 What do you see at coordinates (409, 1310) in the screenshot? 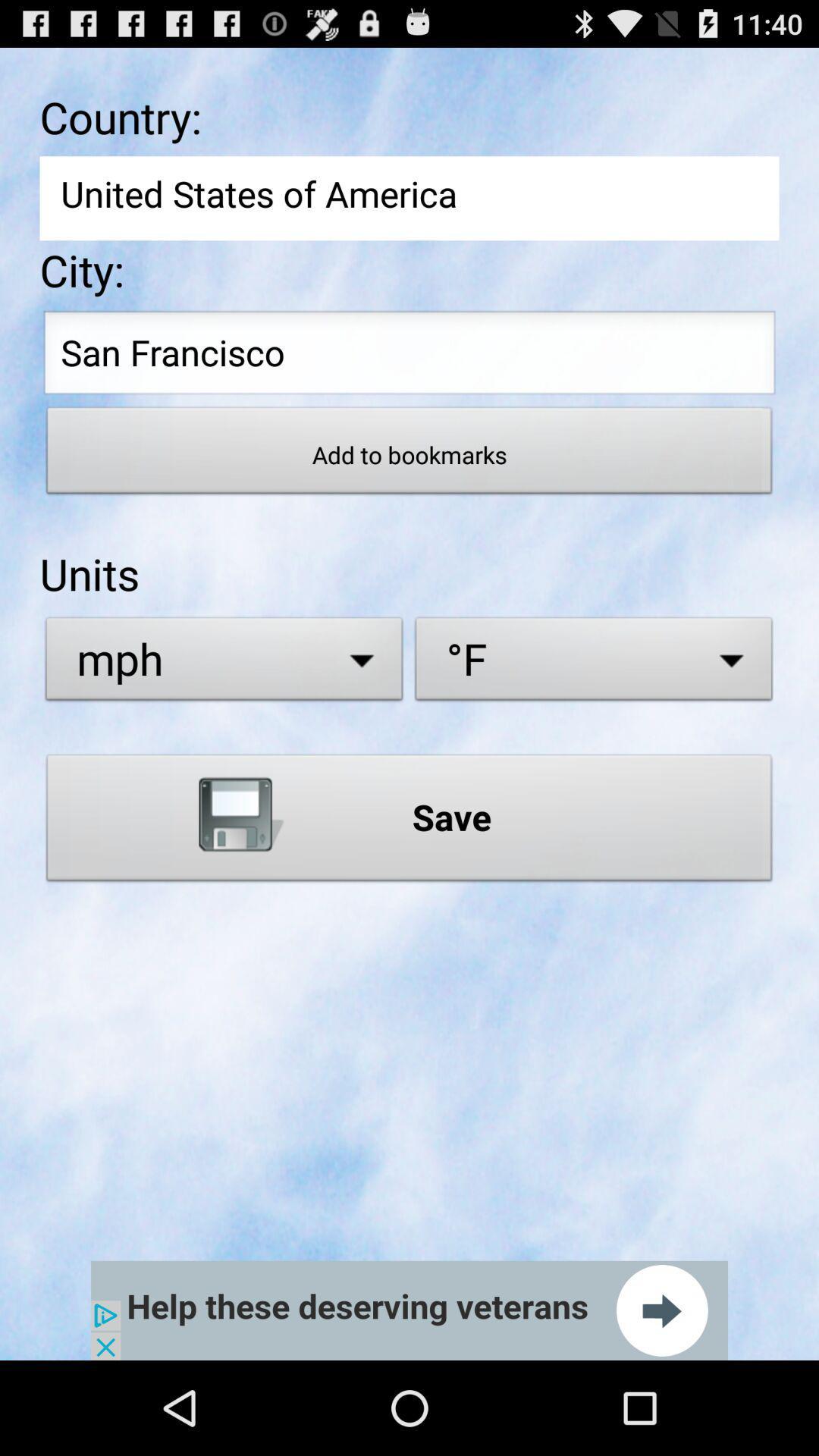
I see `advertisement` at bounding box center [409, 1310].